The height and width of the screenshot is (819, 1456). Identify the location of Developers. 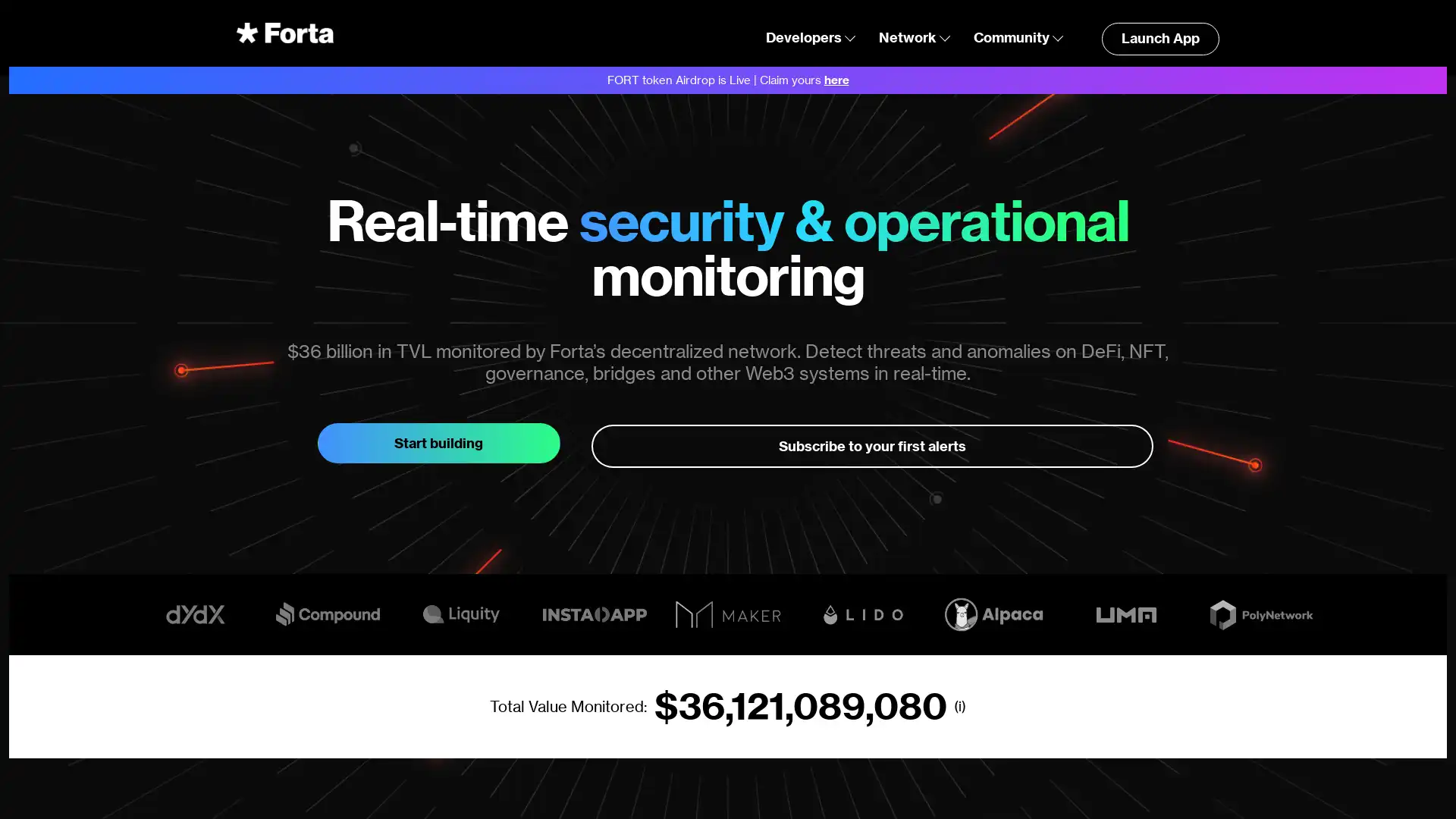
(810, 37).